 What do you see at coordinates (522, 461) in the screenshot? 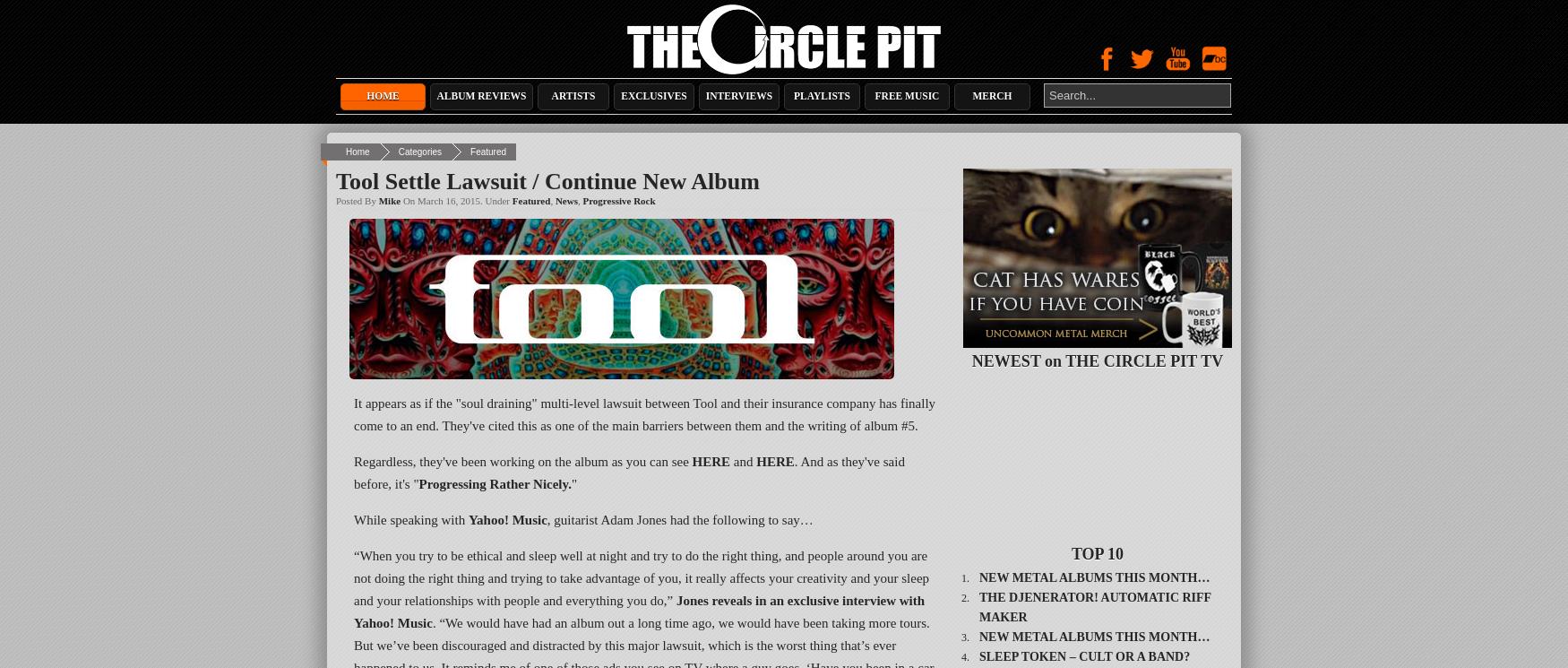
I see `'Regardless, they've been working on the album as you can see'` at bounding box center [522, 461].